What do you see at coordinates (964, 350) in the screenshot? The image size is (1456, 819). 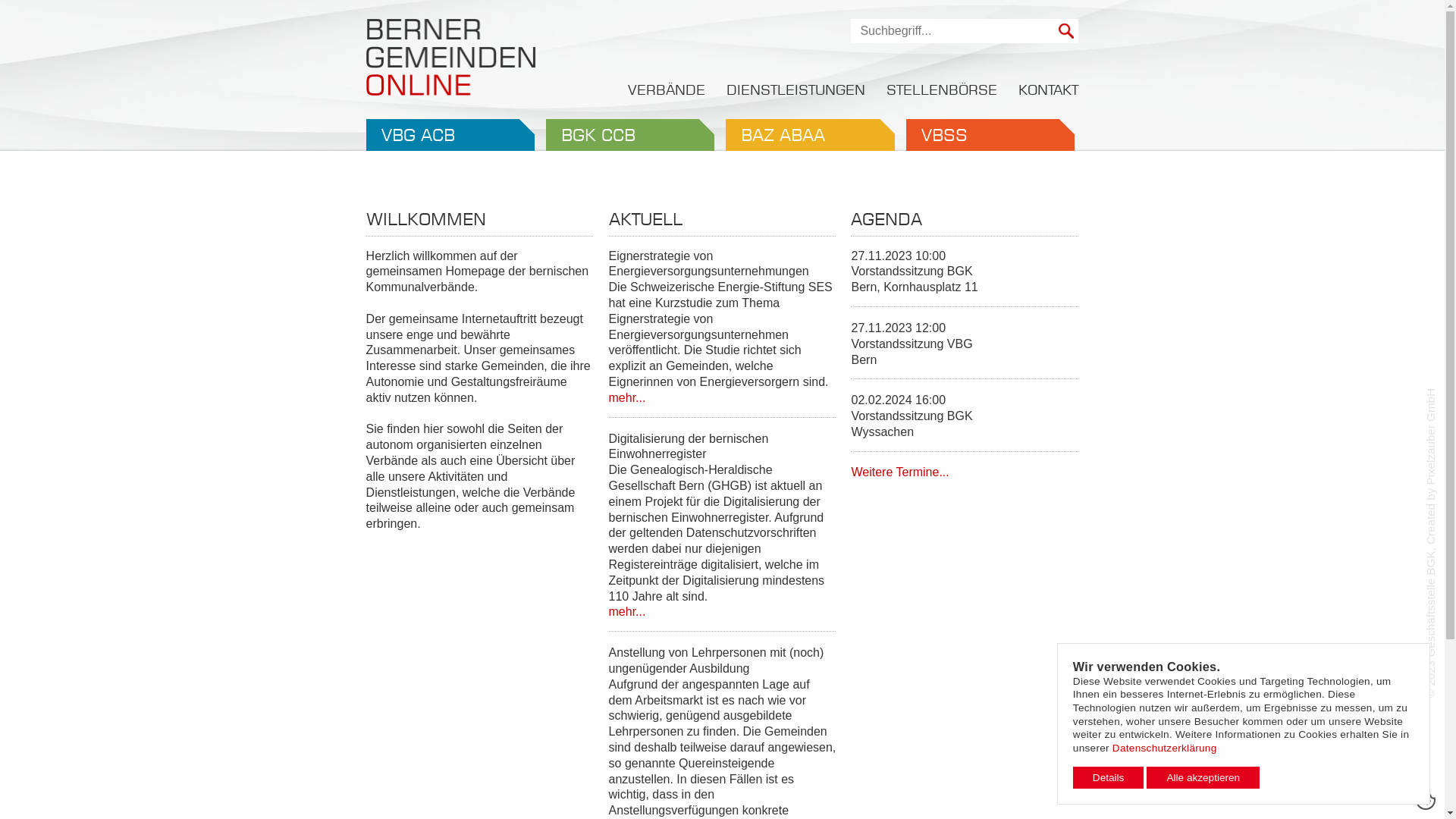 I see `'27.11.2023 12:00` at bounding box center [964, 350].